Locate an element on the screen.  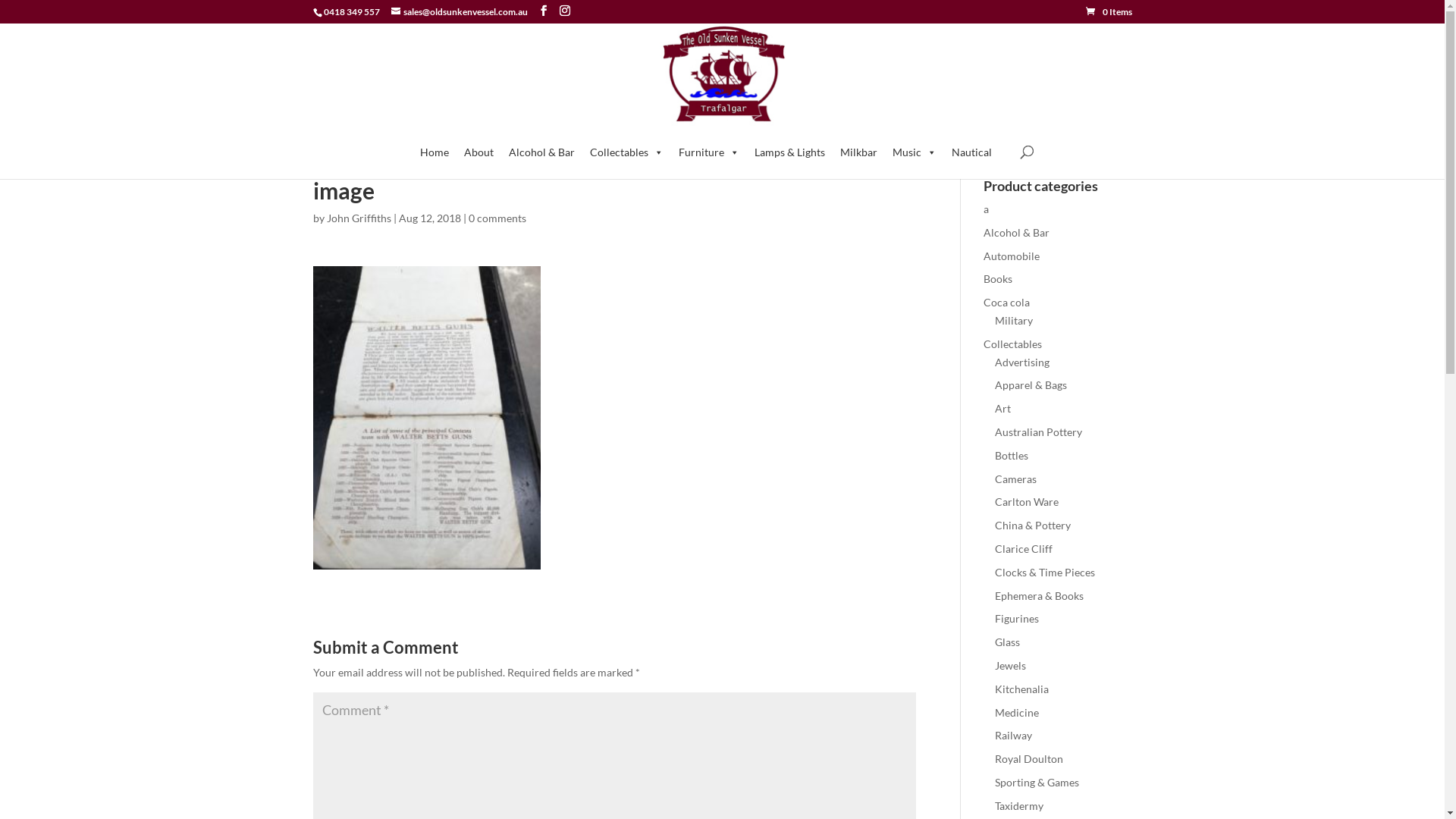
'Books' is located at coordinates (997, 278).